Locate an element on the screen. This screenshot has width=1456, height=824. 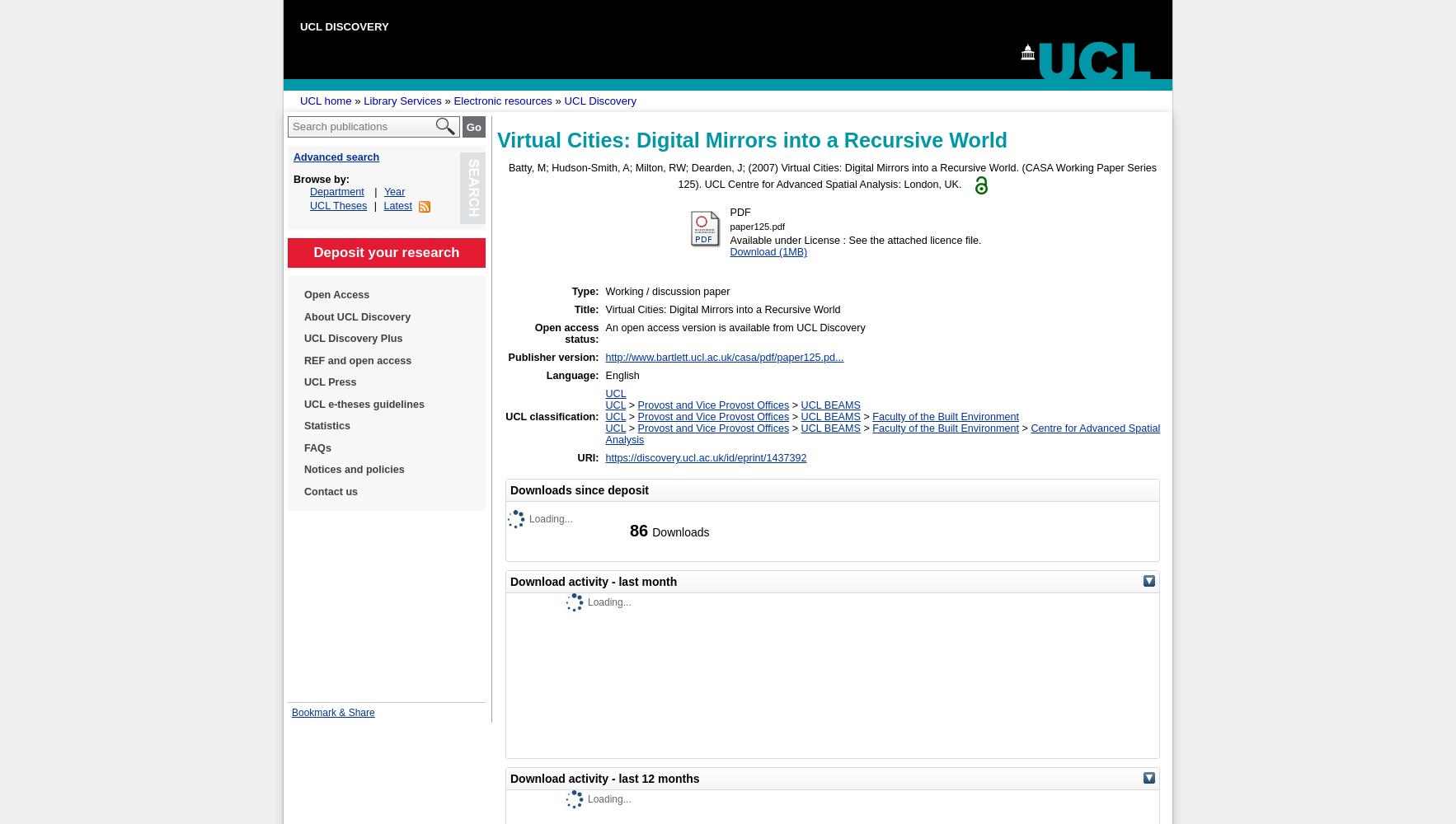
'PDF' is located at coordinates (728, 213).